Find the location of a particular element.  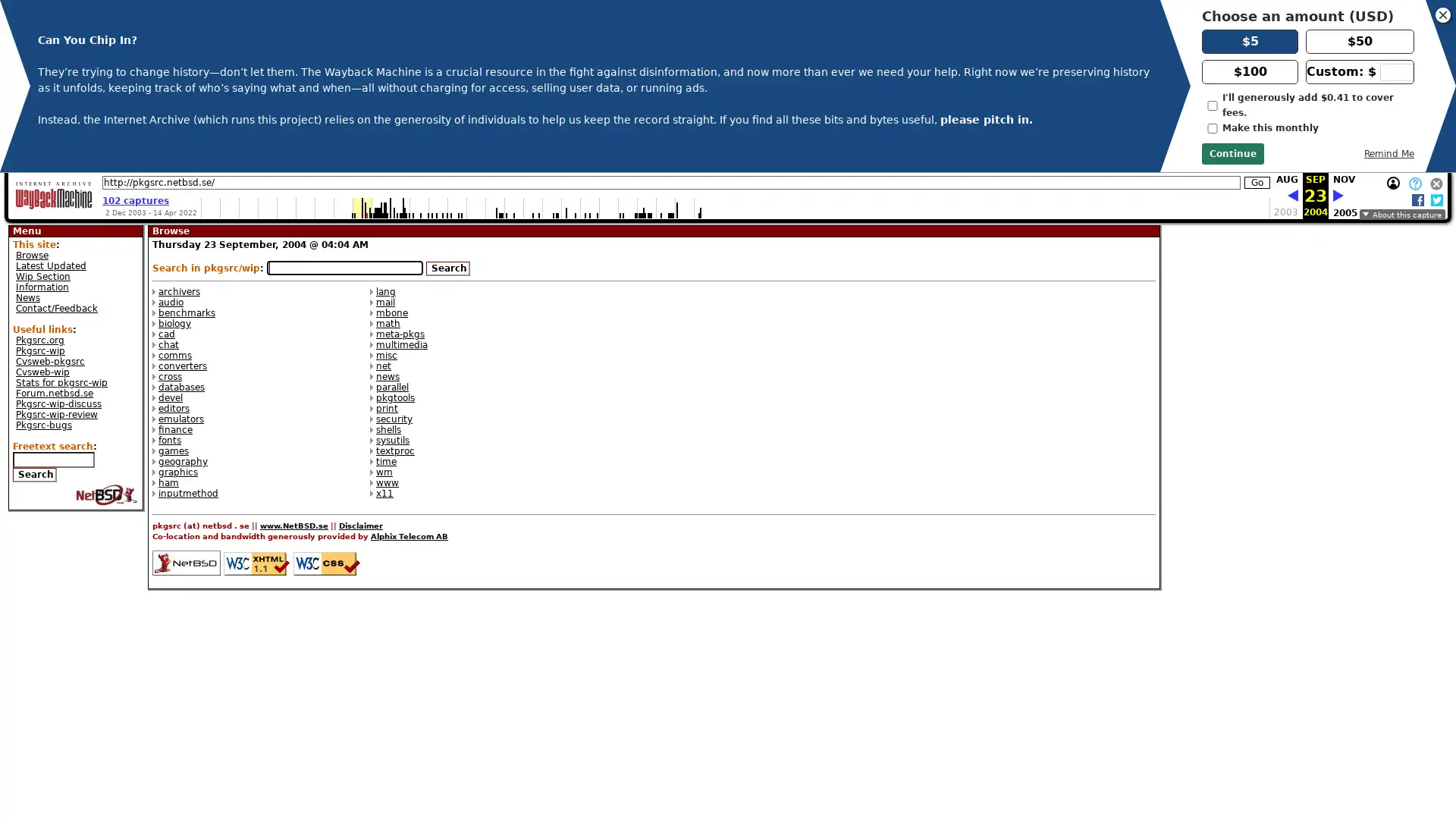

Search is located at coordinates (447, 268).